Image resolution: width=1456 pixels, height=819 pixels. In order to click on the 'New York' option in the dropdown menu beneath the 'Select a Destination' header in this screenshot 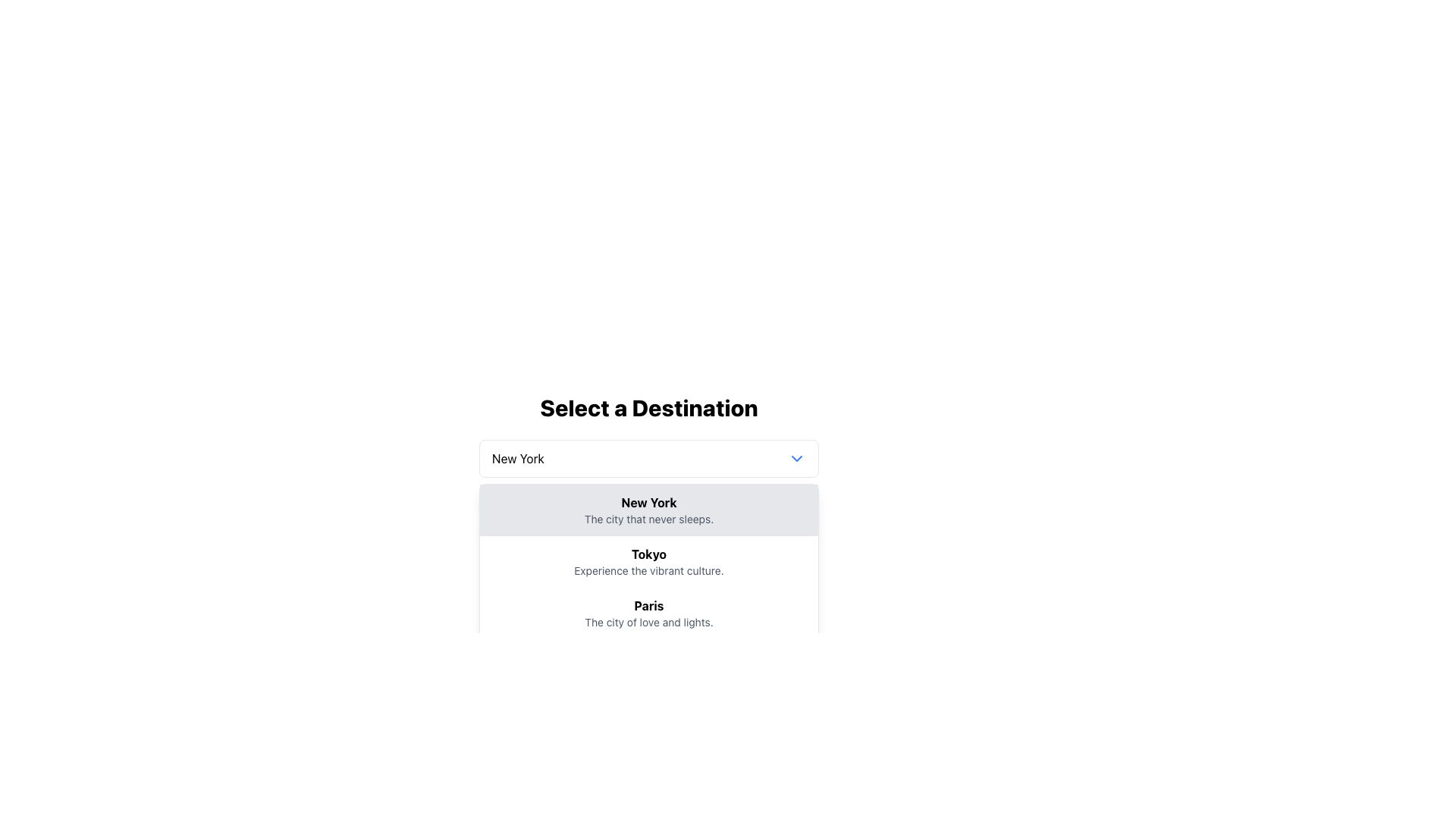, I will do `click(648, 510)`.